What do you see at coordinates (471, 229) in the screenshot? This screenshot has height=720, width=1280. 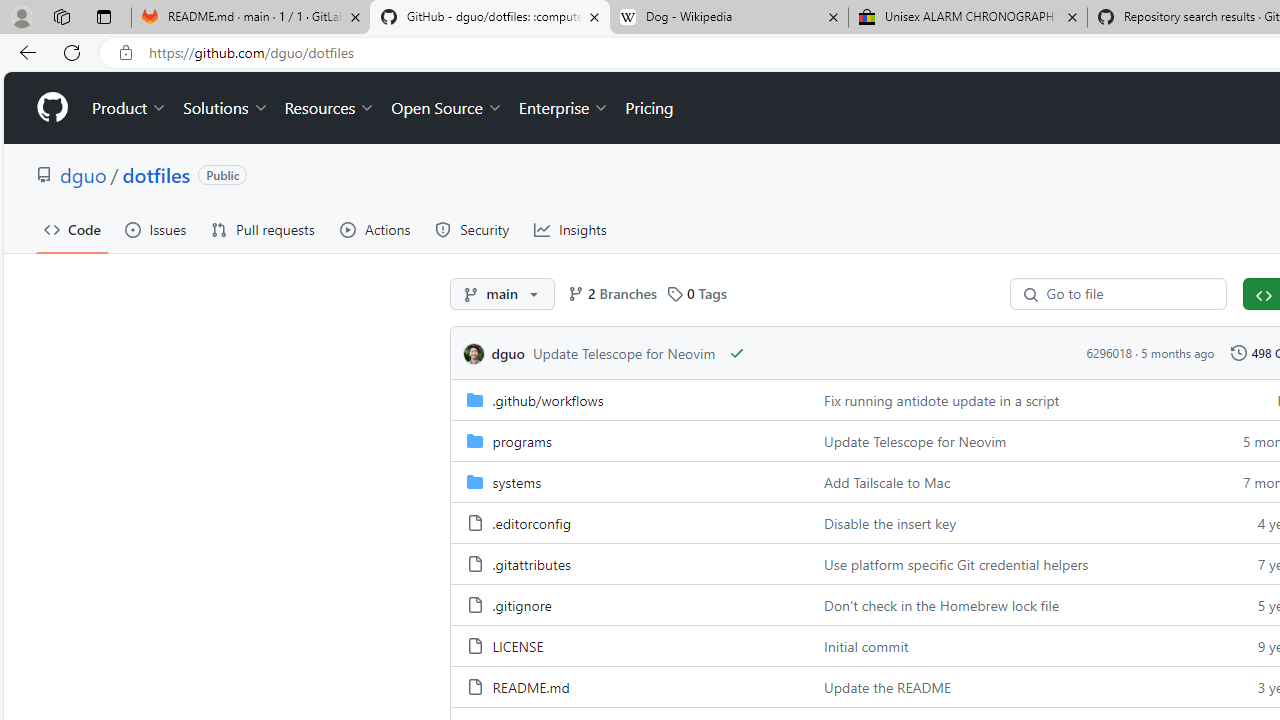 I see `'Security'` at bounding box center [471, 229].